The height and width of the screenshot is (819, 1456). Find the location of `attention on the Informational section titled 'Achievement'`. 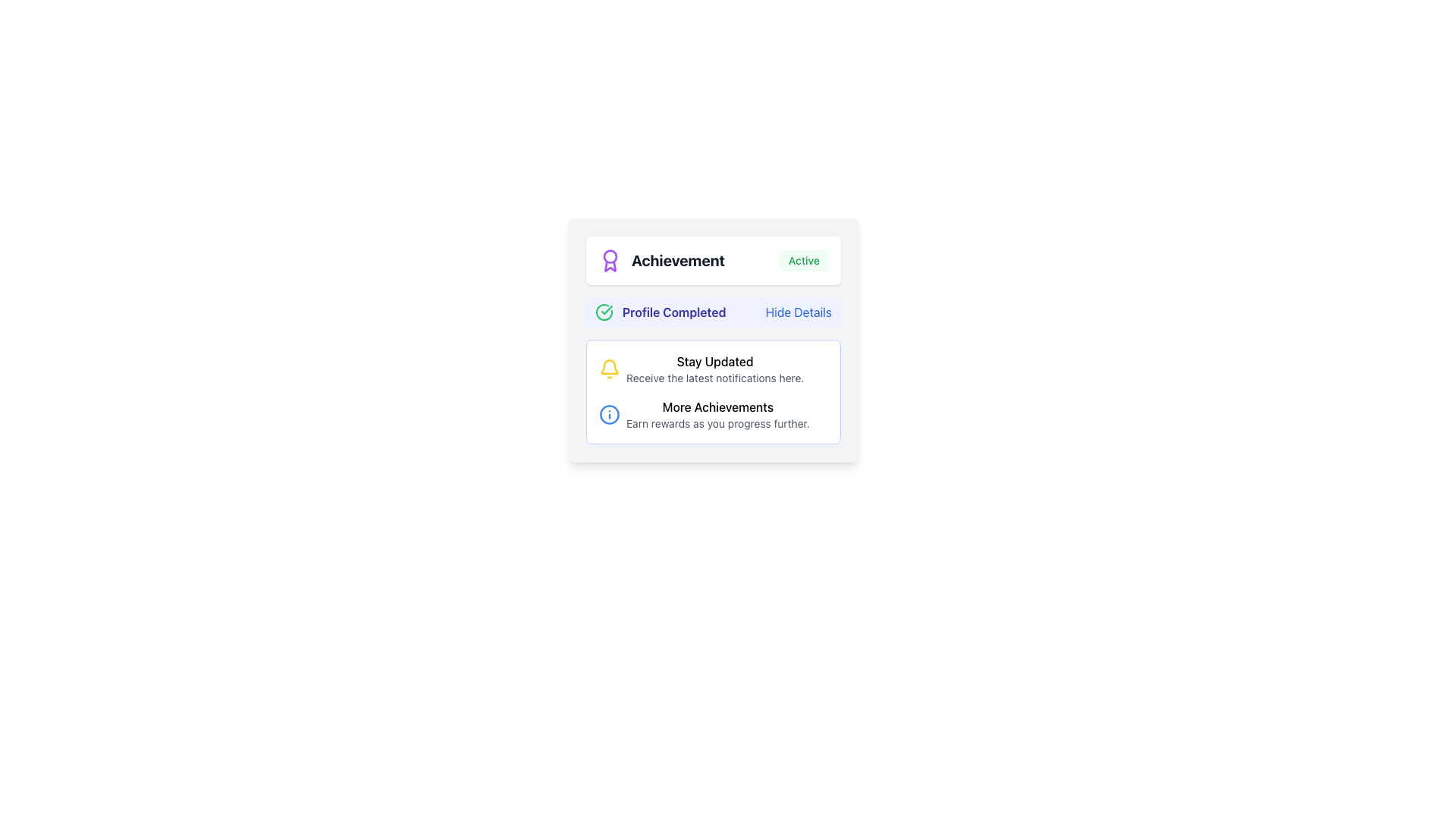

attention on the Informational section titled 'Achievement' is located at coordinates (712, 391).